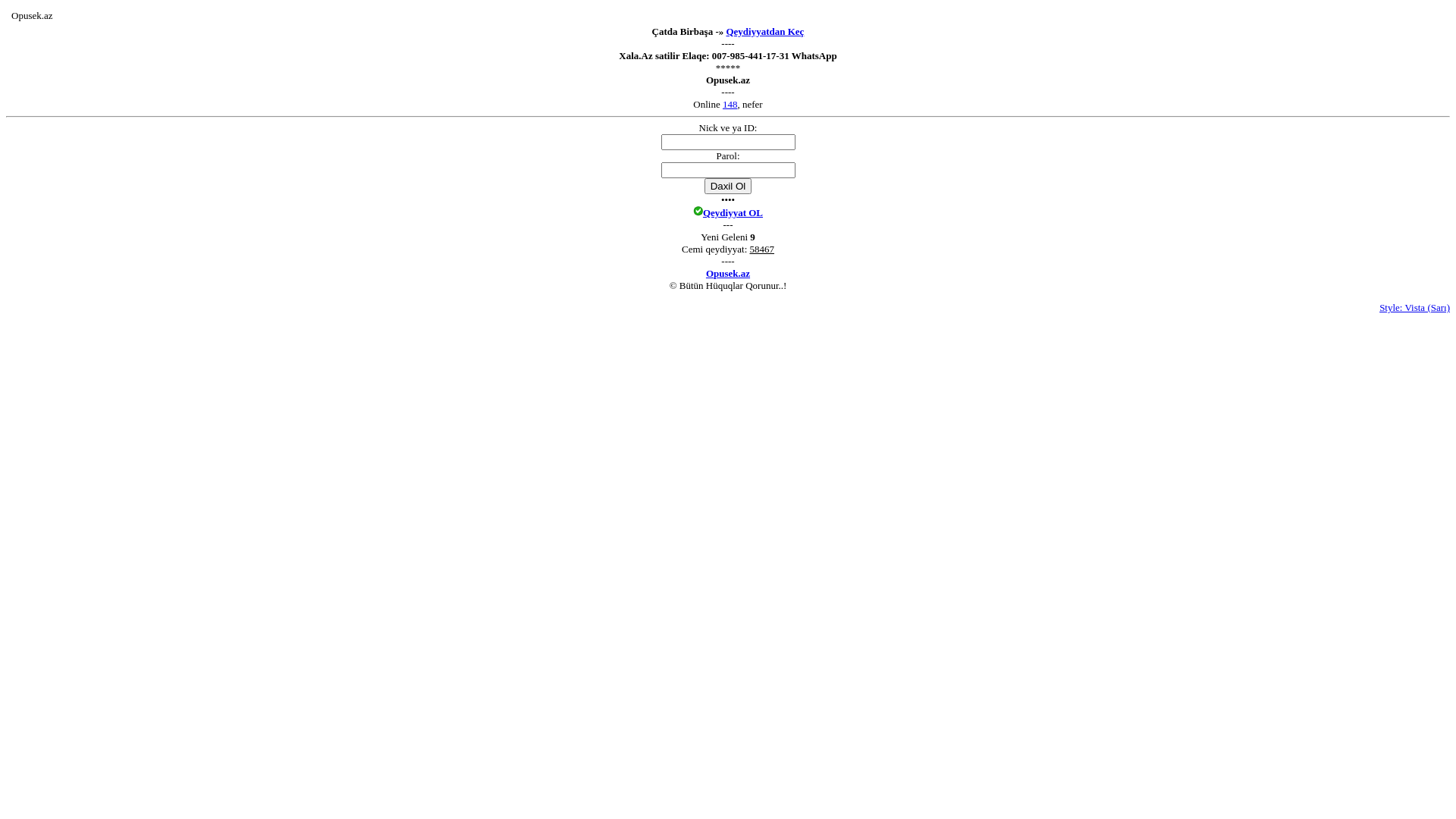  Describe the element at coordinates (728, 142) in the screenshot. I see `'nick'` at that location.